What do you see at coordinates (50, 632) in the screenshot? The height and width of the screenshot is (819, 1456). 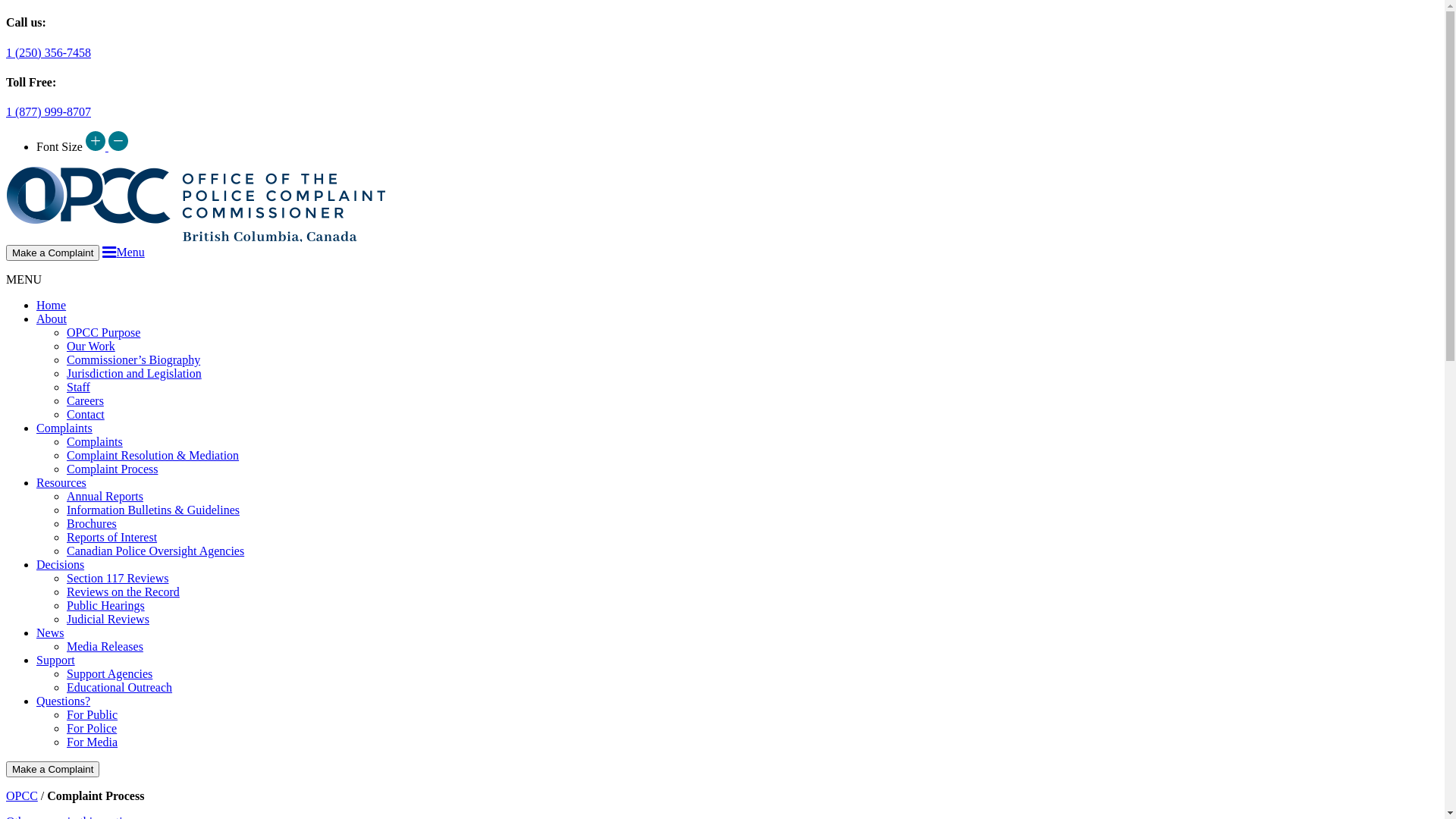 I see `'News'` at bounding box center [50, 632].